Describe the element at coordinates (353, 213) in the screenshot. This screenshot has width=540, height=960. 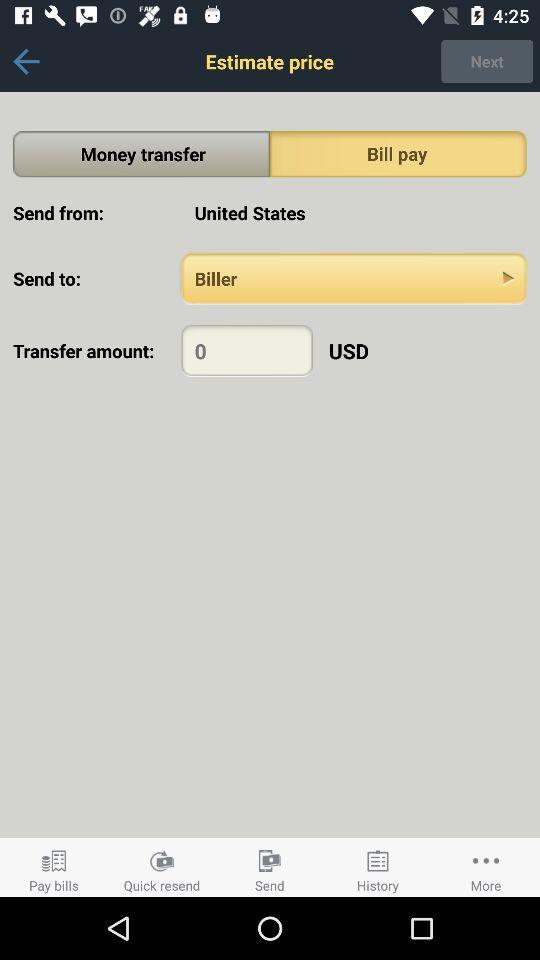
I see `app above the send to:` at that location.